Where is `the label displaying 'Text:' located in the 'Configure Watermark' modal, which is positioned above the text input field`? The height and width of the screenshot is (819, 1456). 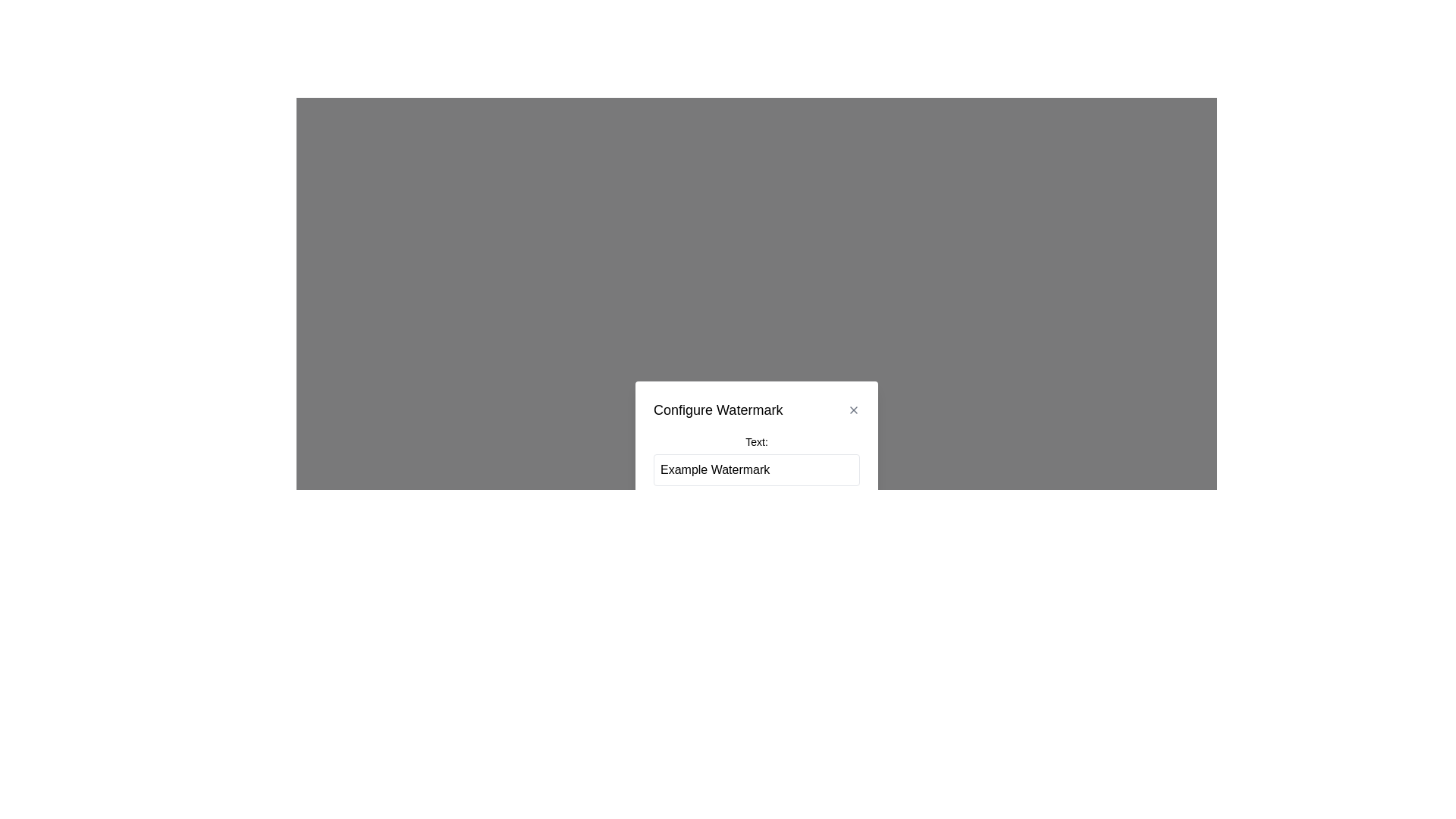 the label displaying 'Text:' located in the 'Configure Watermark' modal, which is positioned above the text input field is located at coordinates (757, 458).